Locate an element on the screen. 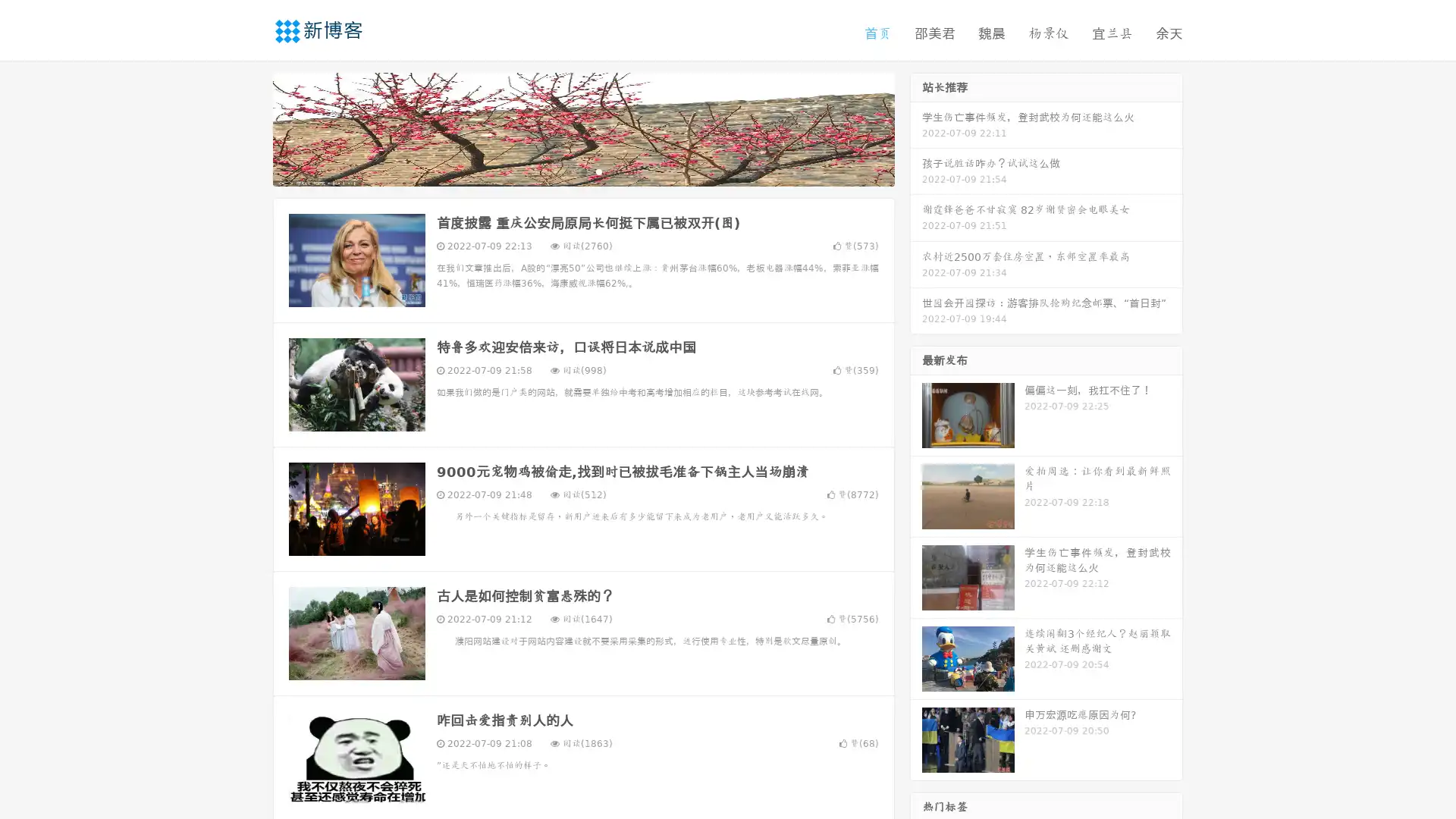 The height and width of the screenshot is (819, 1456). Go to slide 1 is located at coordinates (567, 171).